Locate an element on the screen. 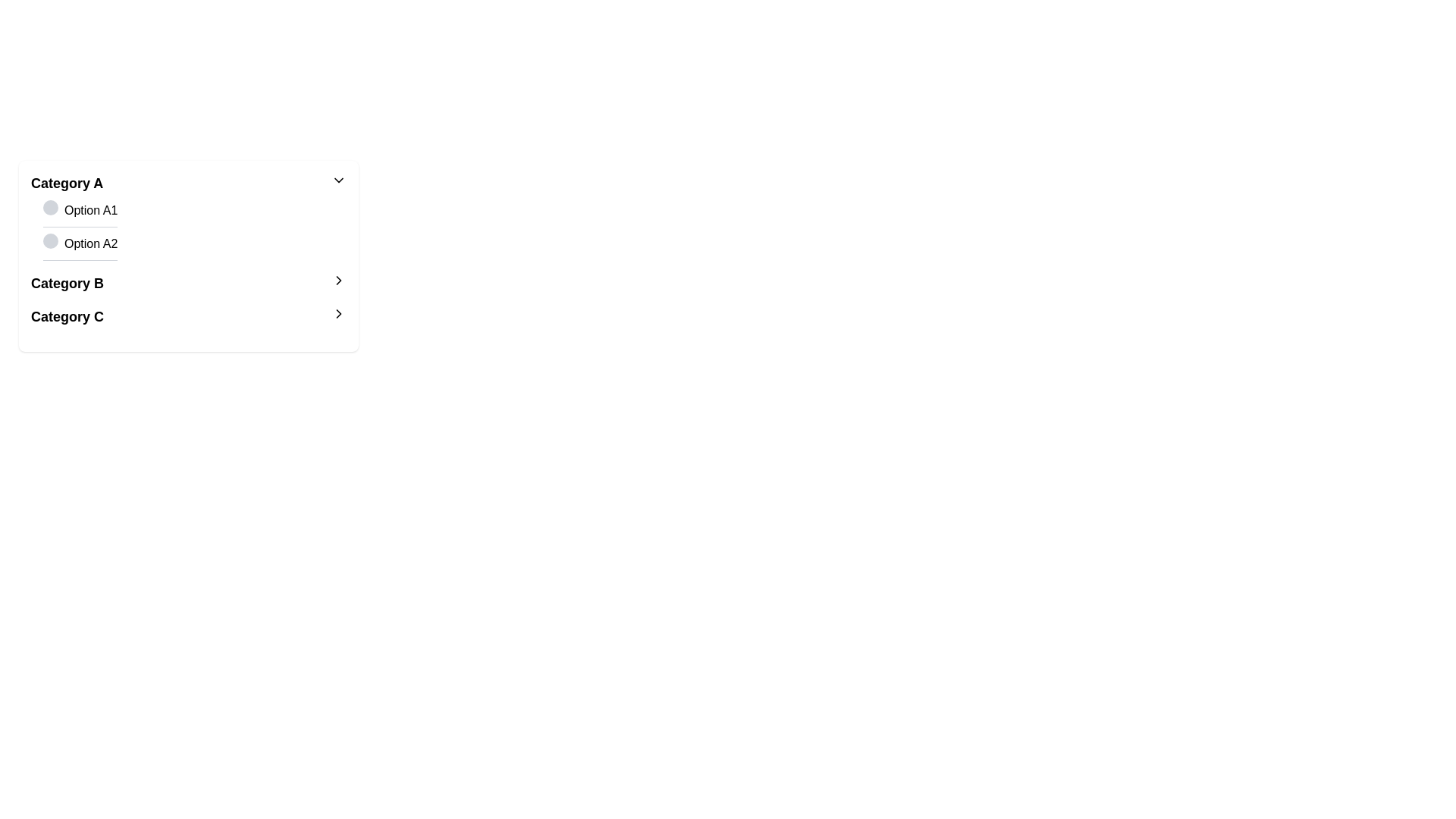 Image resolution: width=1456 pixels, height=819 pixels. the 'Option A1' selectable item, which is the topmost option in the 'Category A' section of the menu is located at coordinates (80, 213).